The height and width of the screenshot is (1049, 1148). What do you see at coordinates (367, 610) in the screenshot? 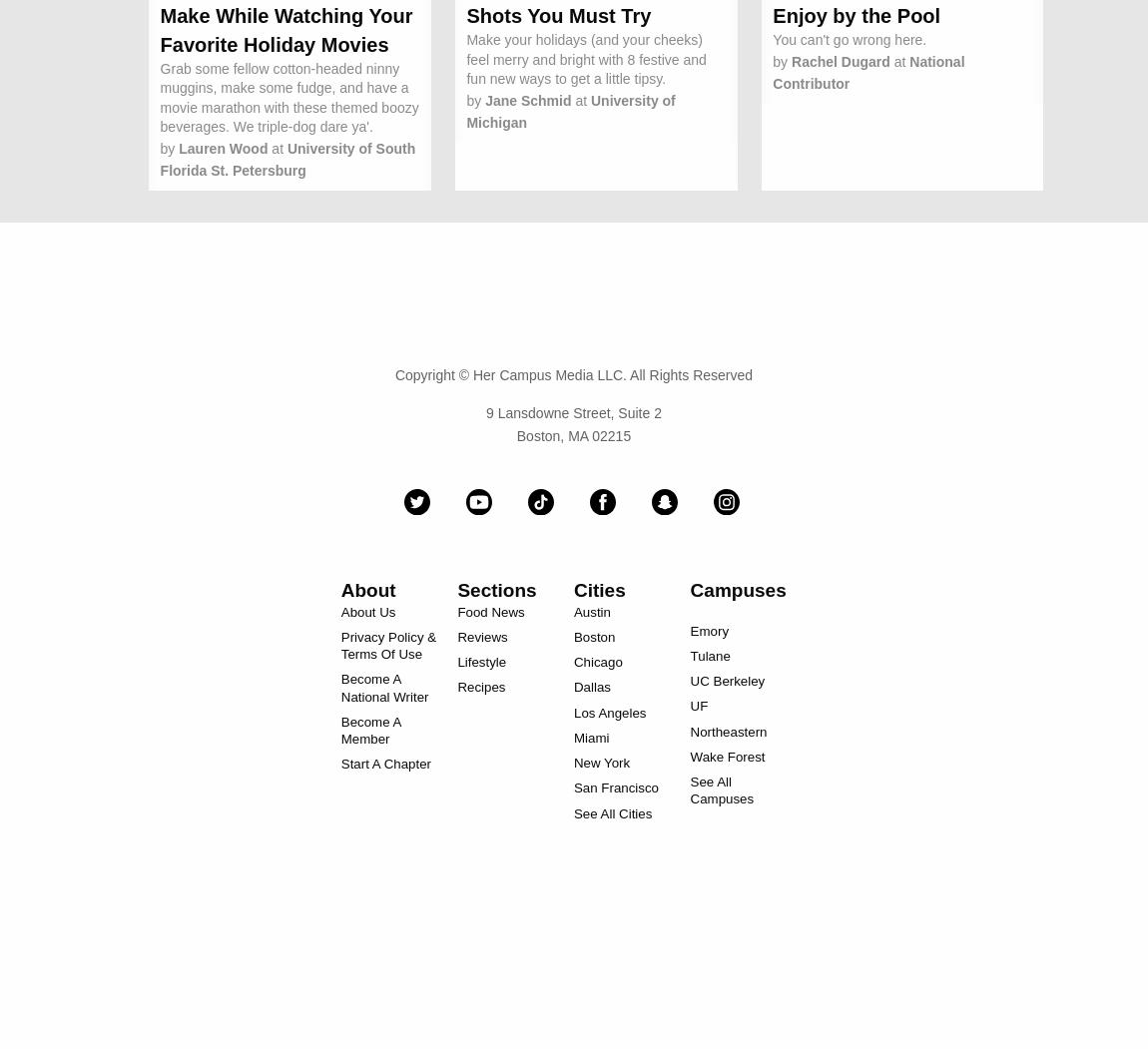
I see `'About Us'` at bounding box center [367, 610].